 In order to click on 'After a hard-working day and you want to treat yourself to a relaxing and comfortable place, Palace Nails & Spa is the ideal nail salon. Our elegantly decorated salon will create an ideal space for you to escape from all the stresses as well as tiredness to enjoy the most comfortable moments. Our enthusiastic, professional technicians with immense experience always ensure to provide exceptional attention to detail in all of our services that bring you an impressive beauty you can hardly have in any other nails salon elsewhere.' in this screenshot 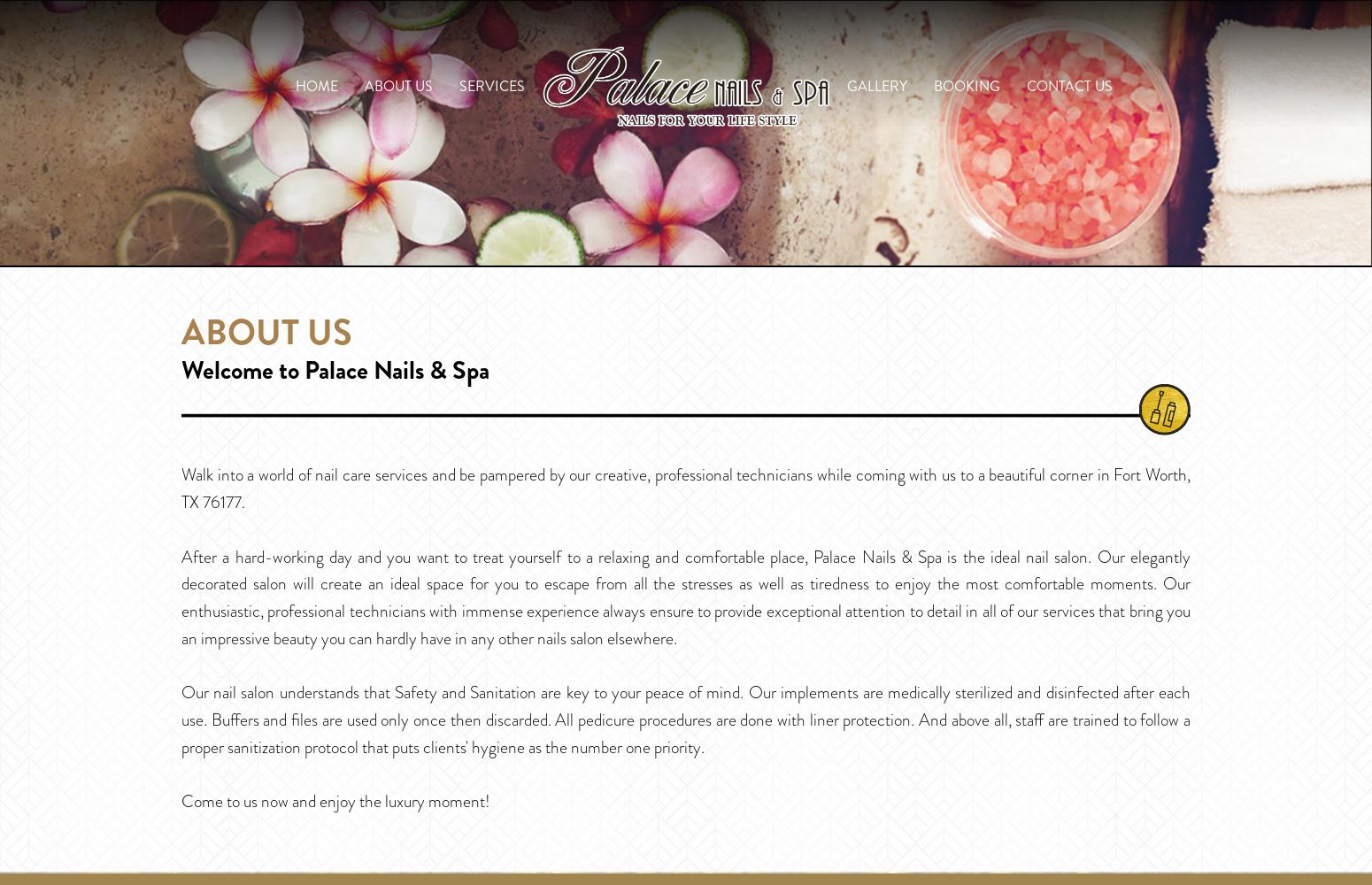, I will do `click(686, 596)`.